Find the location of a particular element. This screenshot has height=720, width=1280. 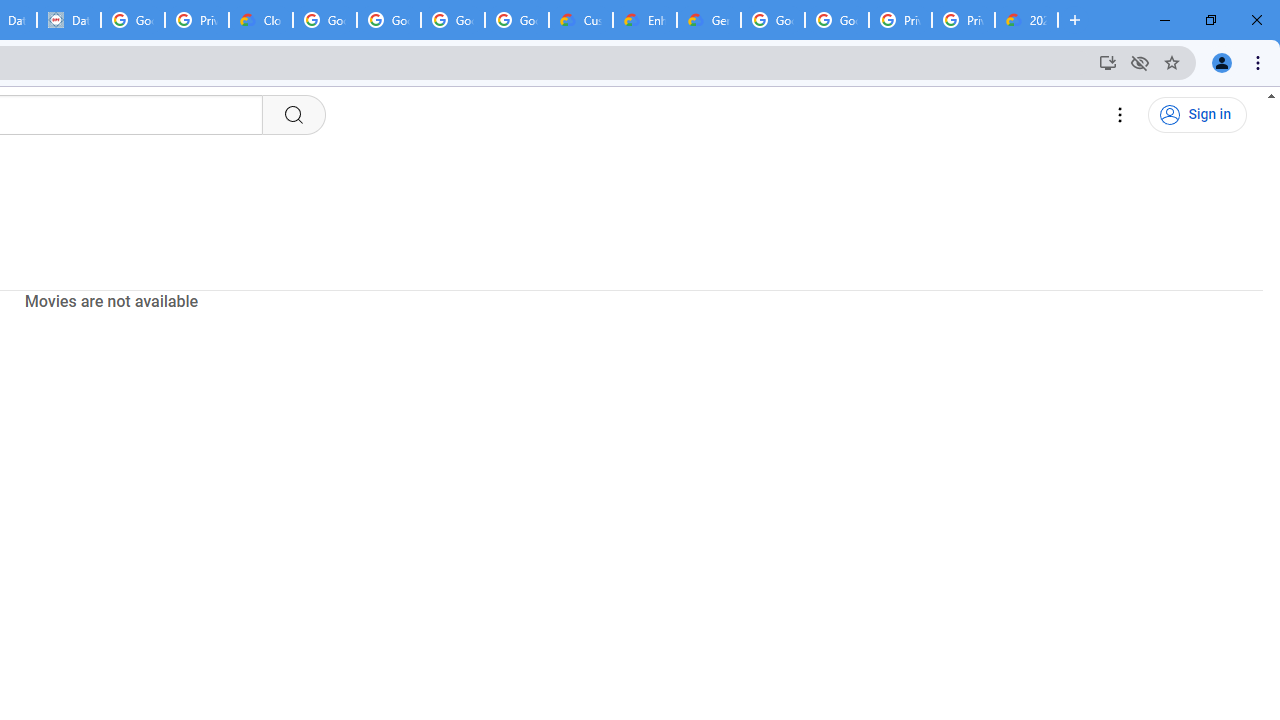

'Google Workspace - Specific Terms' is located at coordinates (517, 20).